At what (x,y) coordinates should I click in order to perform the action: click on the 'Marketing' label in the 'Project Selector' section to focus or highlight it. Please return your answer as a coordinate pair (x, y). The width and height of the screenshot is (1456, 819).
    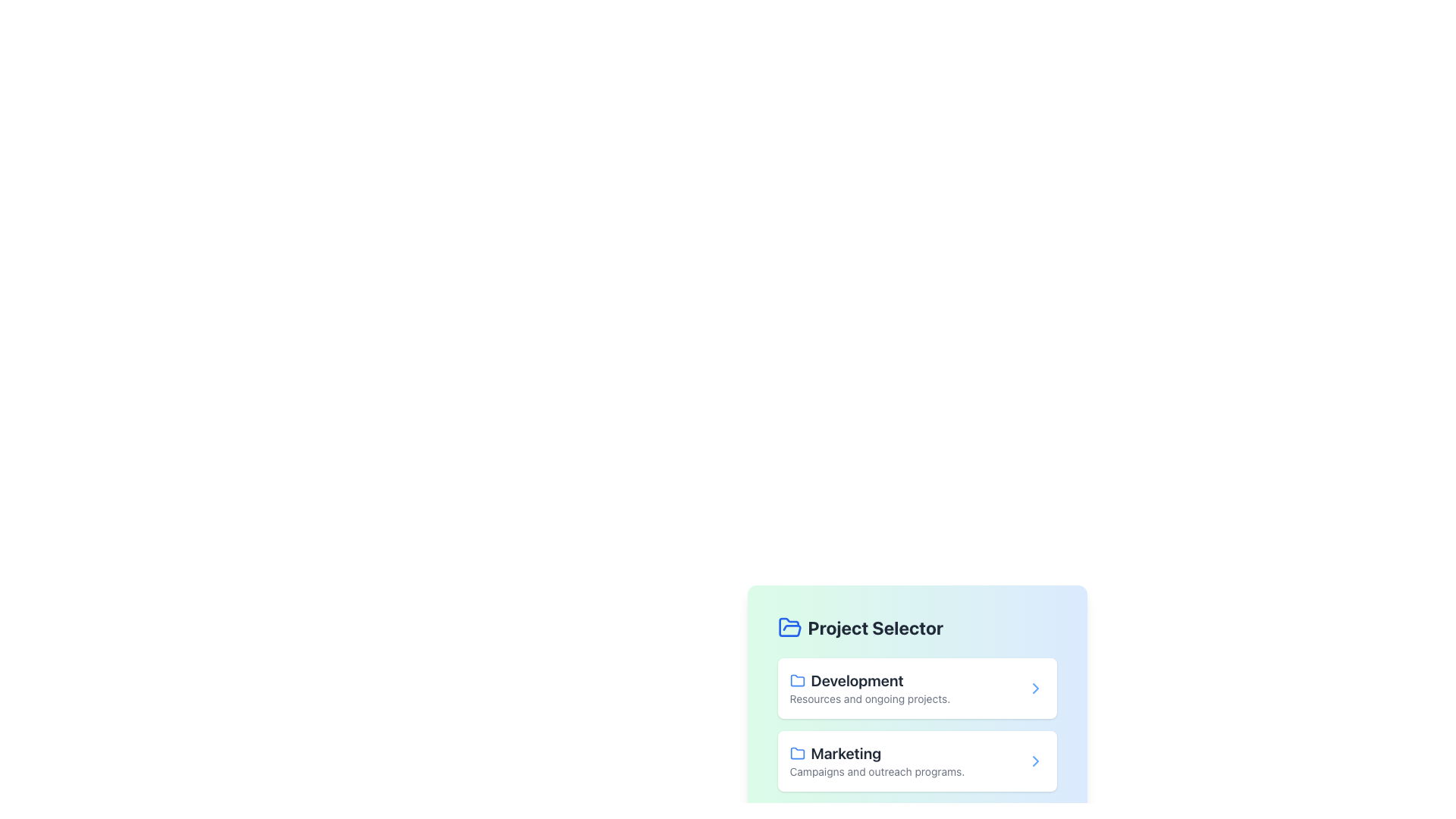
    Looking at the image, I should click on (877, 761).